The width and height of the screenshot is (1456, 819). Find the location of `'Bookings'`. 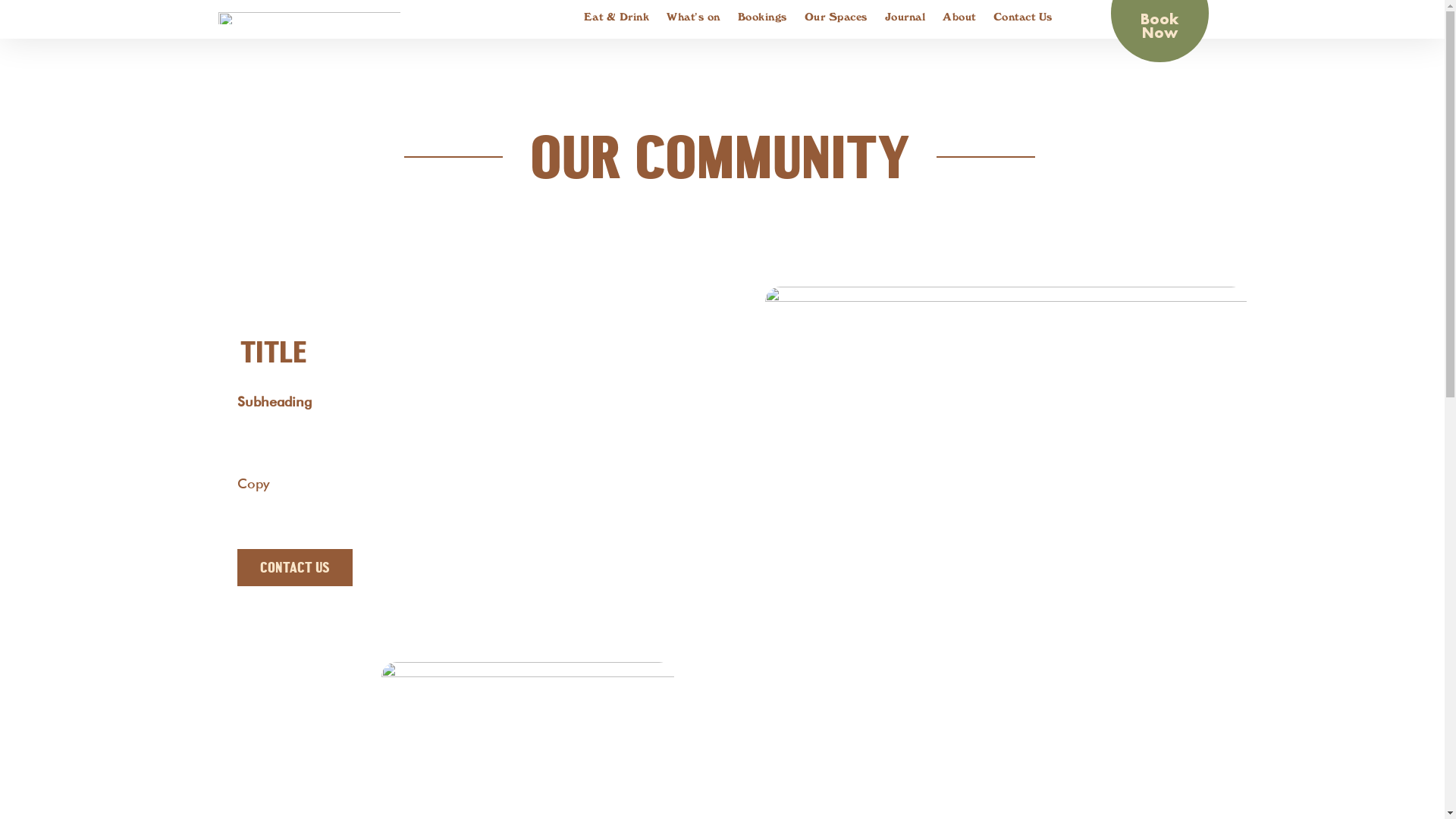

'Bookings' is located at coordinates (761, 17).